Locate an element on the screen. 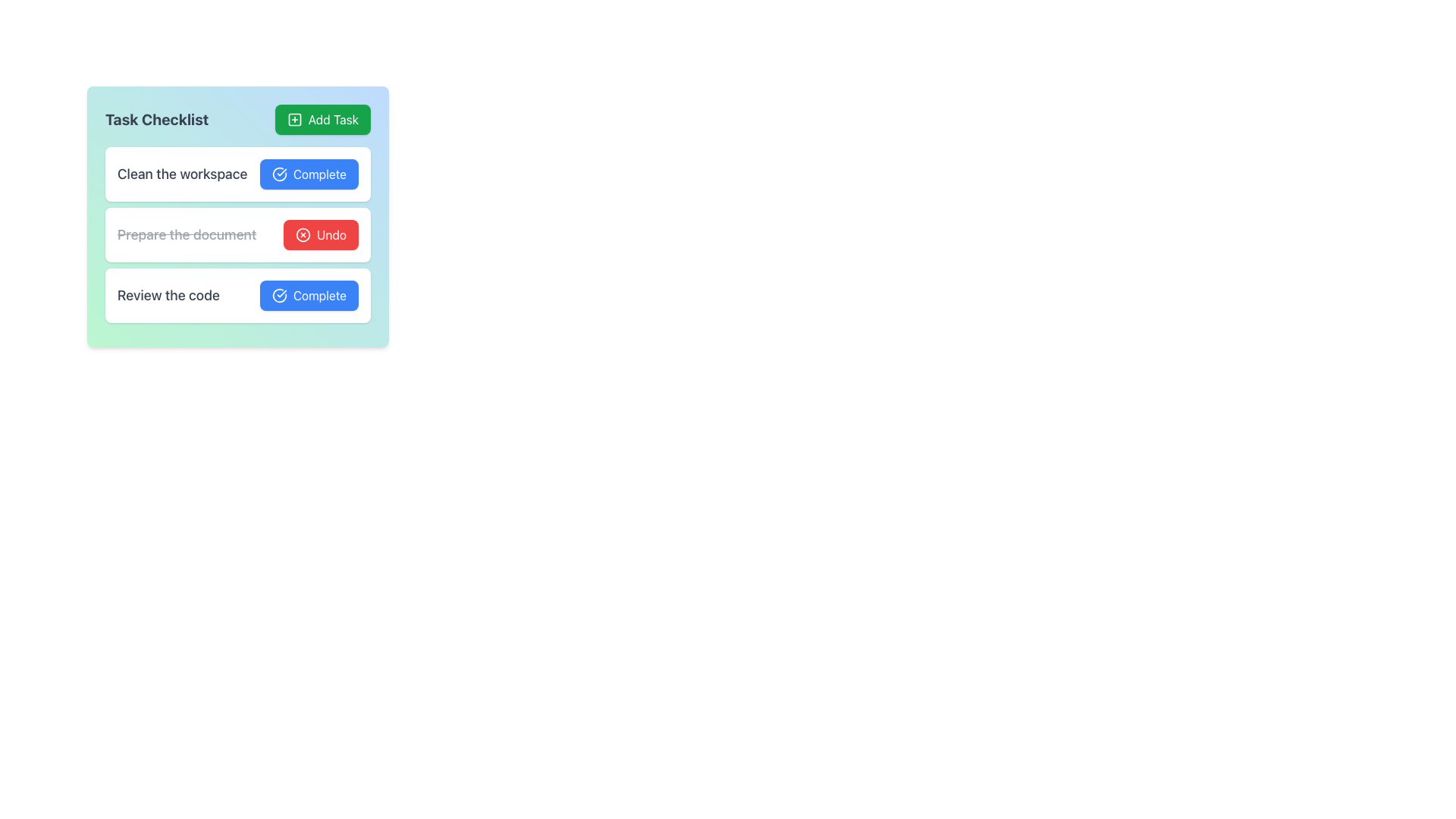 The height and width of the screenshot is (819, 1456). the 'Undo' button located within the 'Prepare the document' card in the 'Task Checklist' is located at coordinates (320, 234).